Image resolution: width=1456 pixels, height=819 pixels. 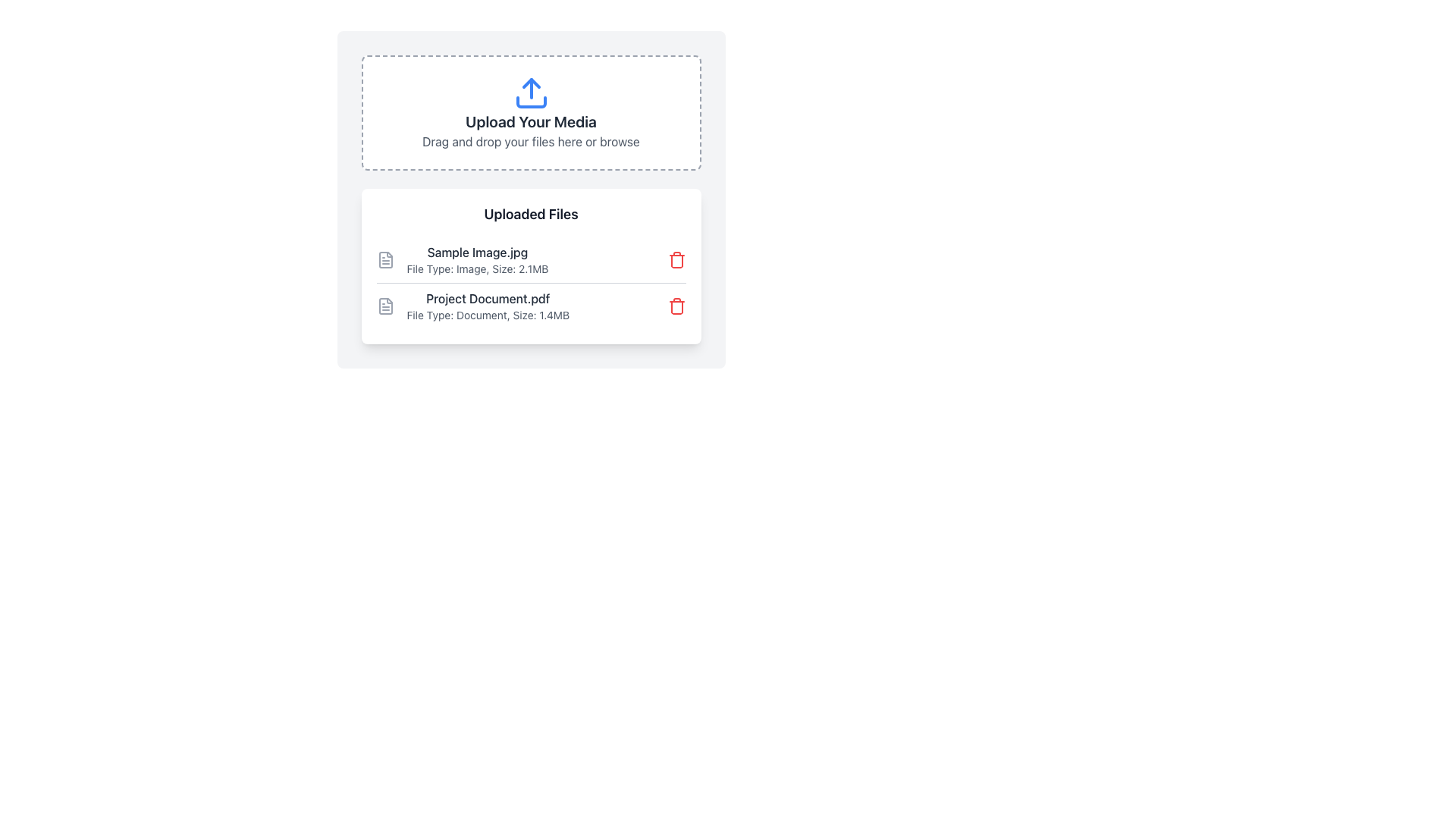 What do you see at coordinates (461, 259) in the screenshot?
I see `the list item labeled 'Sample Image.jpg'` at bounding box center [461, 259].